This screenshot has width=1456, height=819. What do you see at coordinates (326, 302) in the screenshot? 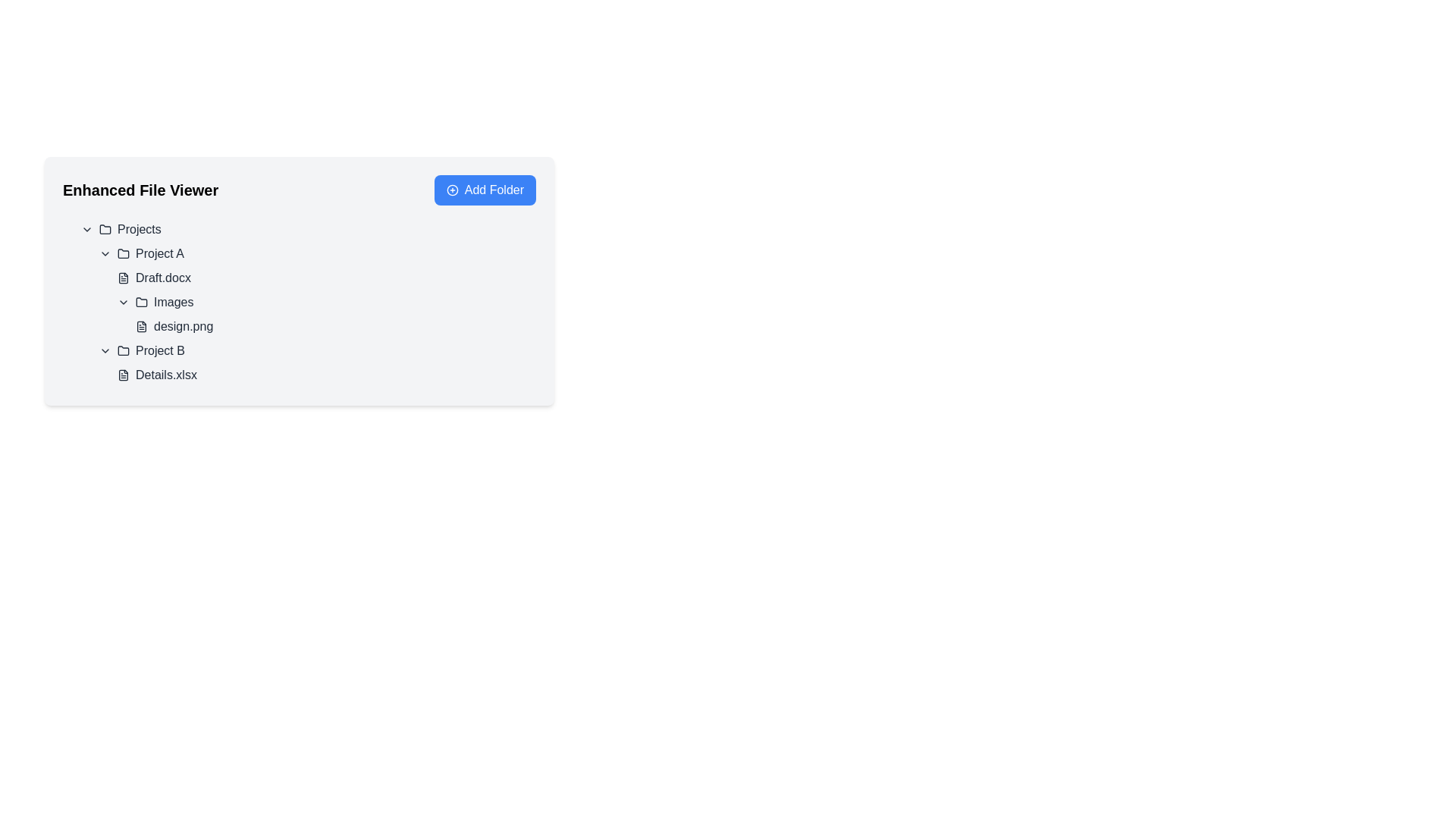
I see `the 'Images' collapsible folder label` at bounding box center [326, 302].